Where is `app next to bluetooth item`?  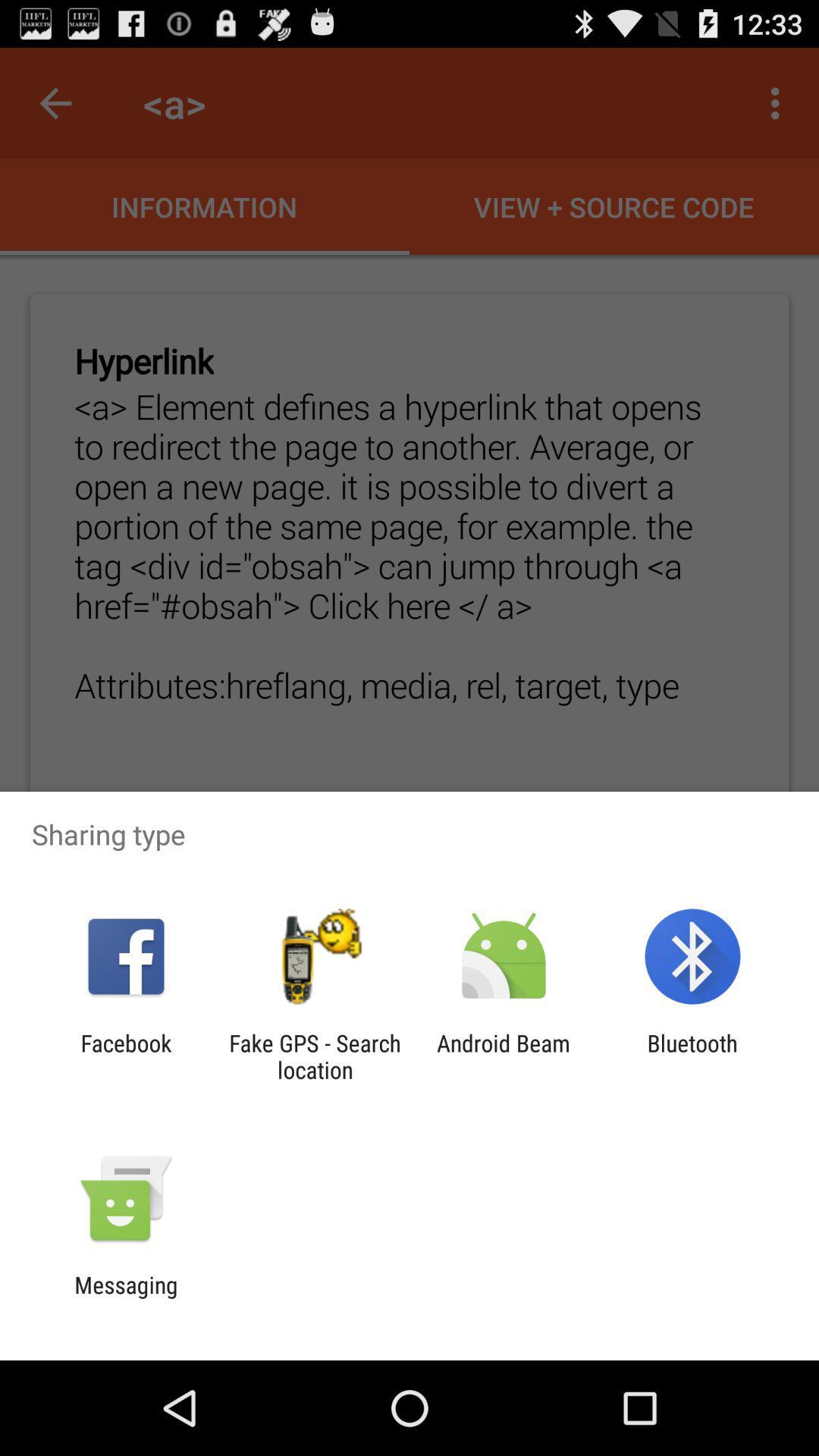
app next to bluetooth item is located at coordinates (504, 1056).